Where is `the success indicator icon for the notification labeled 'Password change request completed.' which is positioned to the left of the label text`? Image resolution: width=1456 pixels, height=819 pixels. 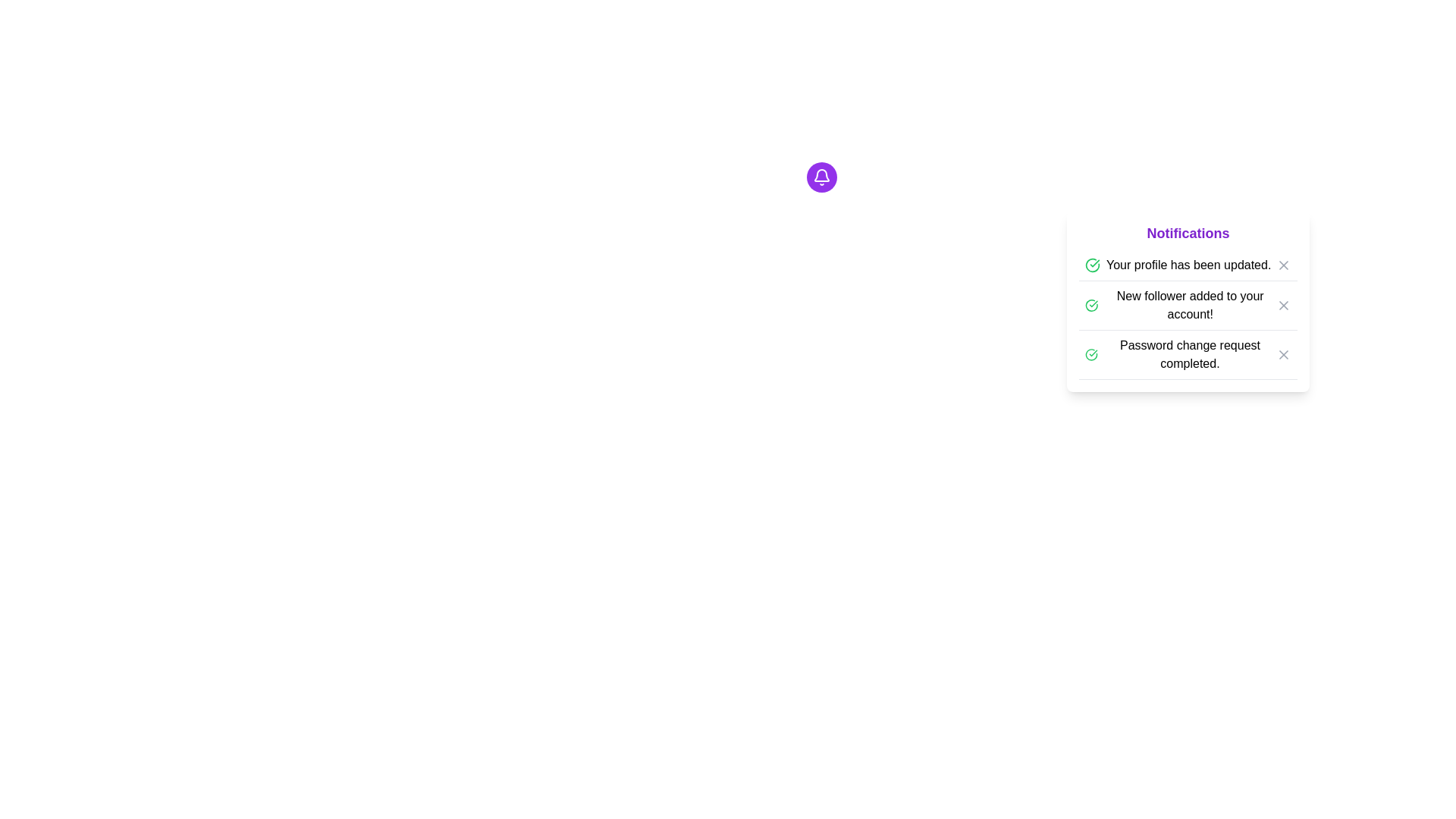 the success indicator icon for the notification labeled 'Password change request completed.' which is positioned to the left of the label text is located at coordinates (1090, 354).